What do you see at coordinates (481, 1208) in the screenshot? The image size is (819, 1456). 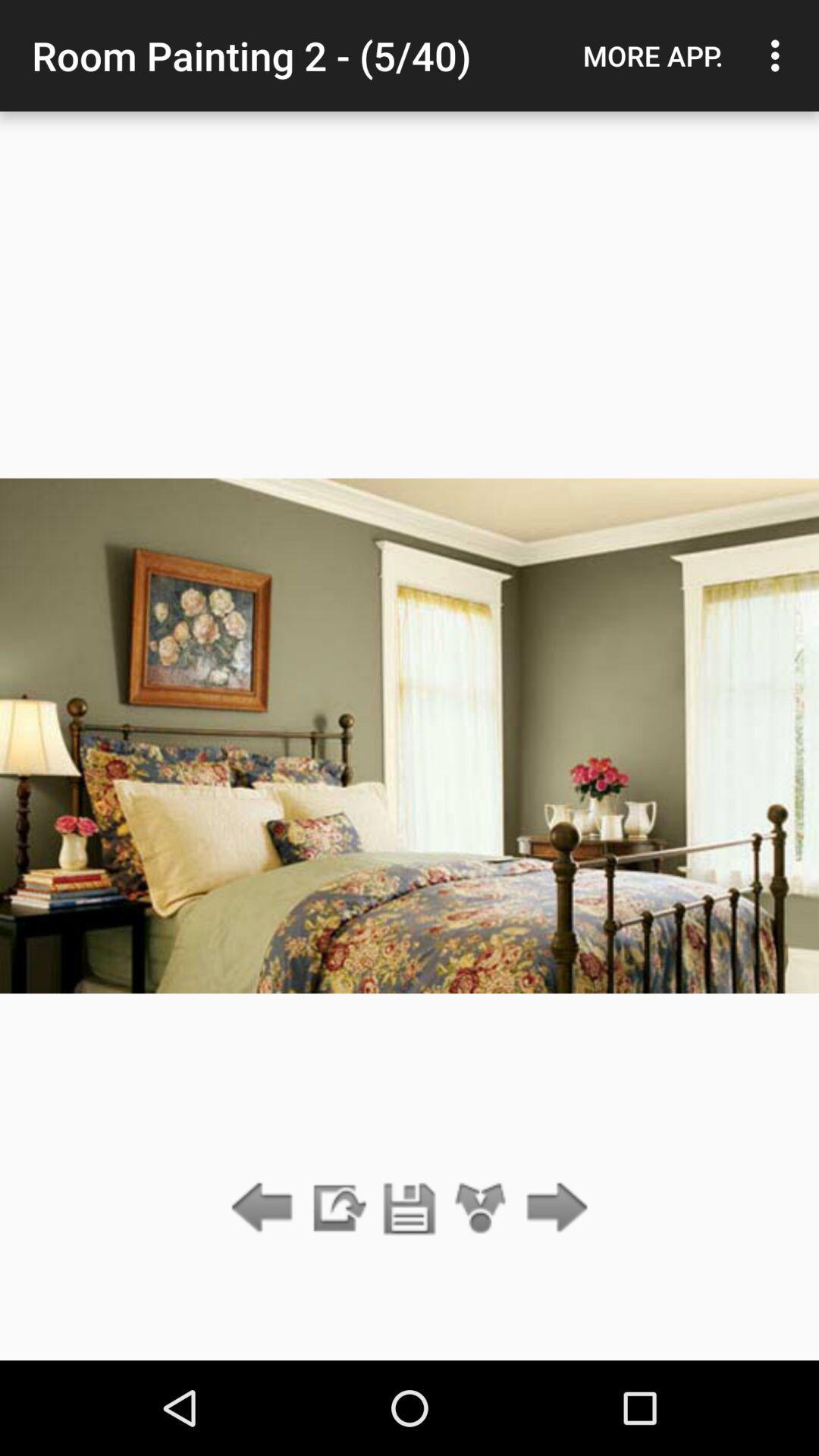 I see `the share icon` at bounding box center [481, 1208].